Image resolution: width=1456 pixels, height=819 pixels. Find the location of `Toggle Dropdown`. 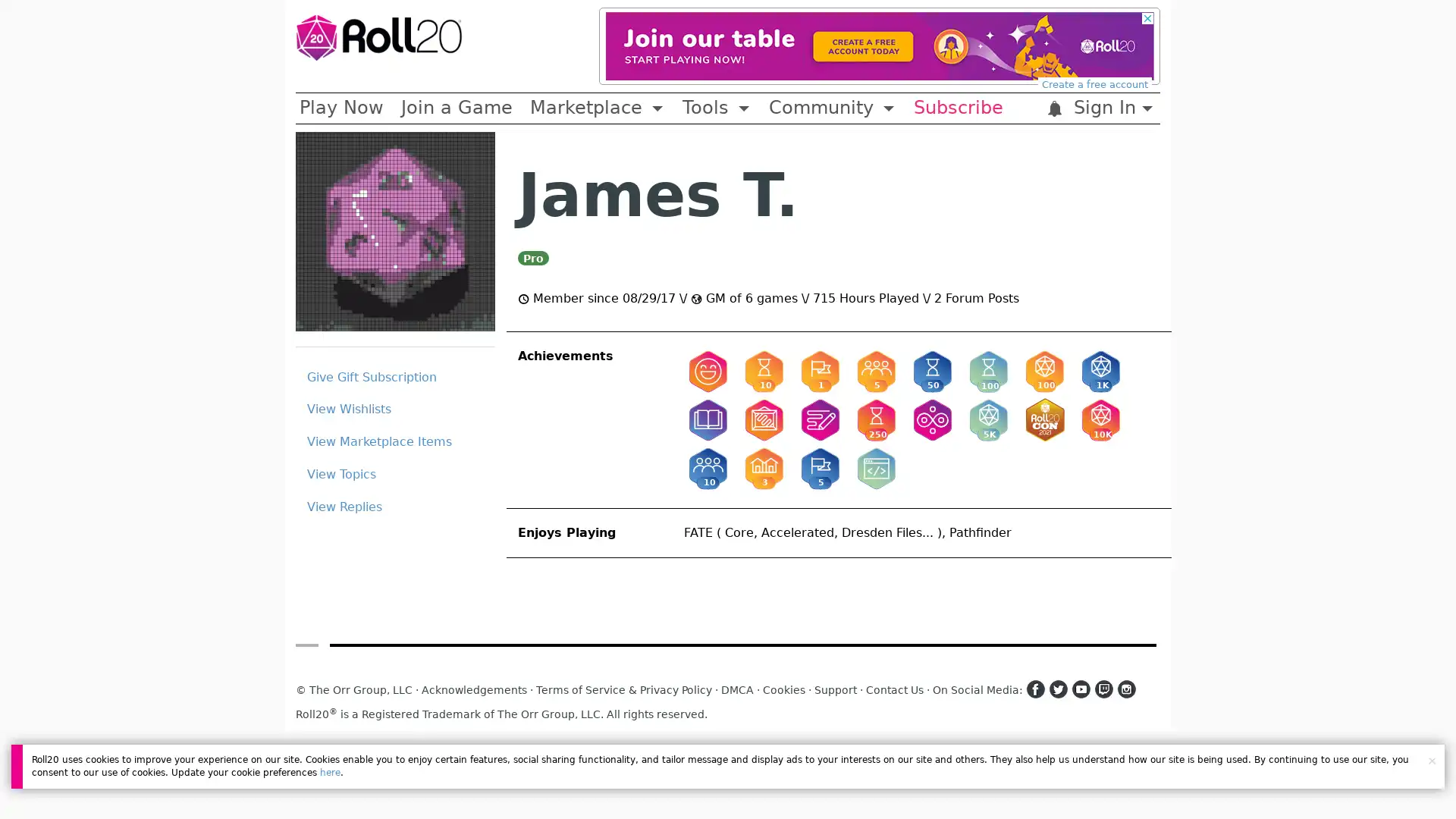

Toggle Dropdown is located at coordinates (657, 107).